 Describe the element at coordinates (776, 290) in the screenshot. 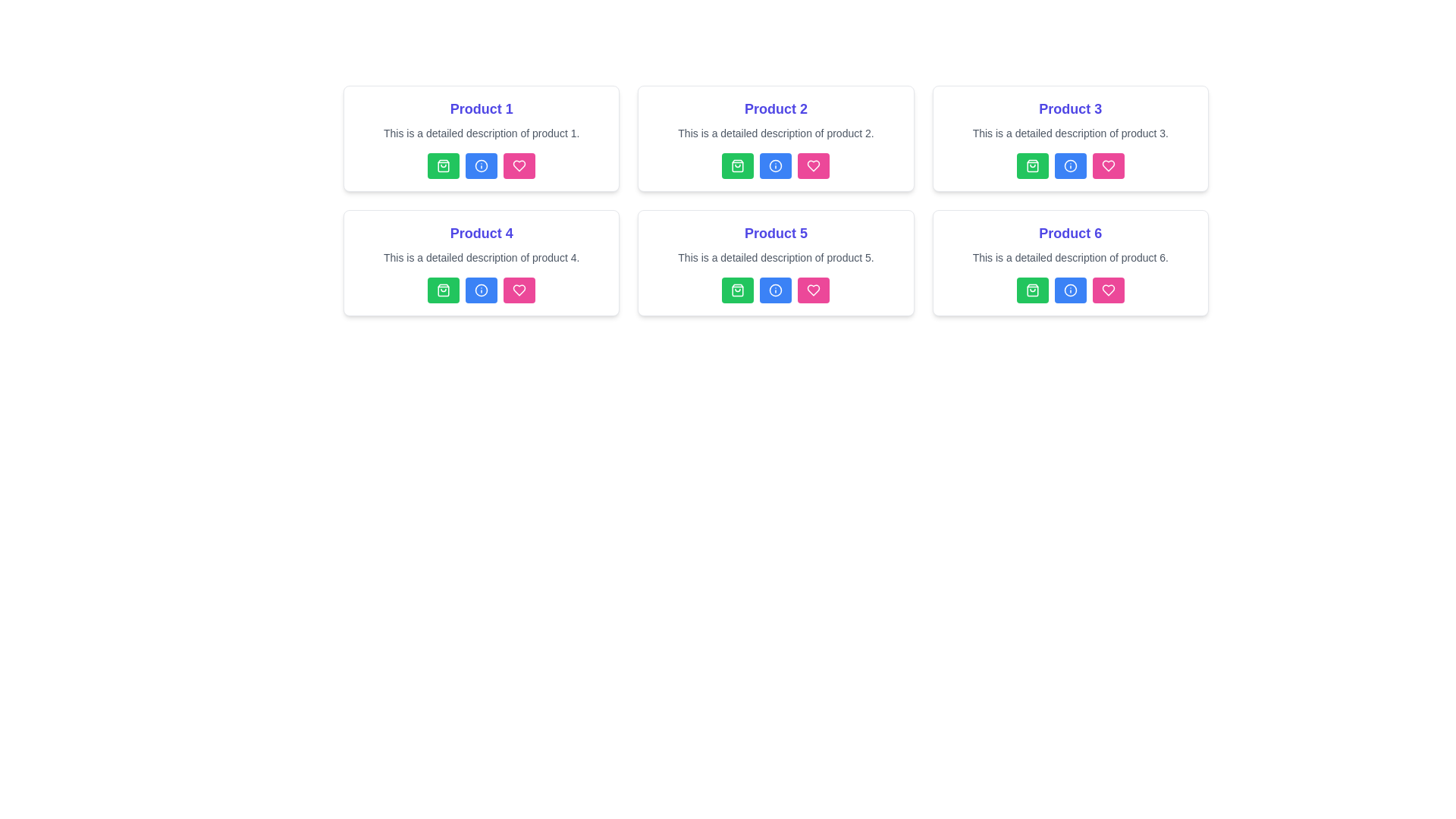

I see `the circular blue button with a white border and 'i' icon located at the bottom of the card for 'Product 5'` at that location.